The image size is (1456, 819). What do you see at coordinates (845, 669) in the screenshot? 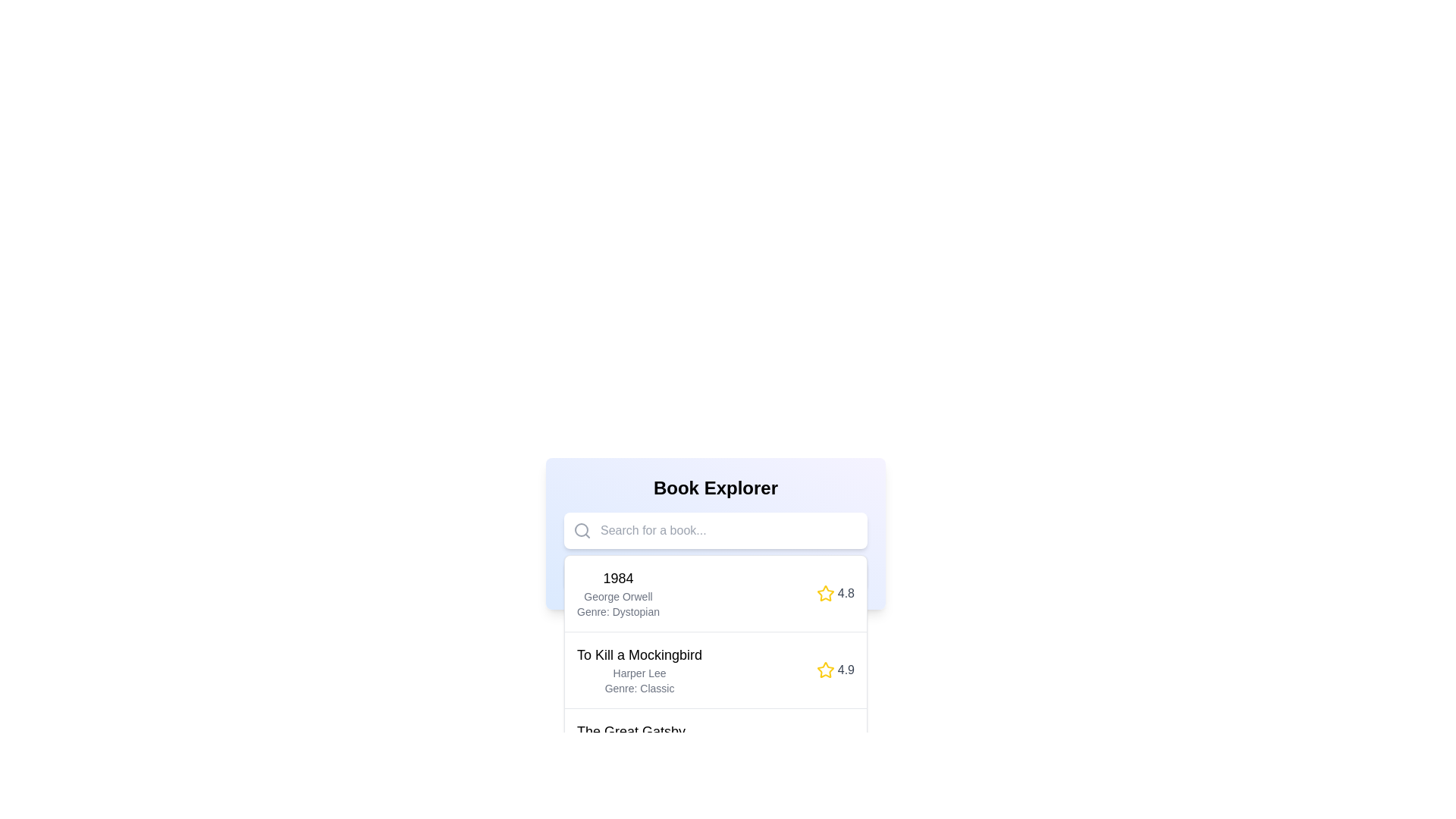
I see `the numerical text label that reads '4.9', styled in gray font, positioned to the right of a star icon within the list entry for 'To Kill a Mockingbird'` at bounding box center [845, 669].